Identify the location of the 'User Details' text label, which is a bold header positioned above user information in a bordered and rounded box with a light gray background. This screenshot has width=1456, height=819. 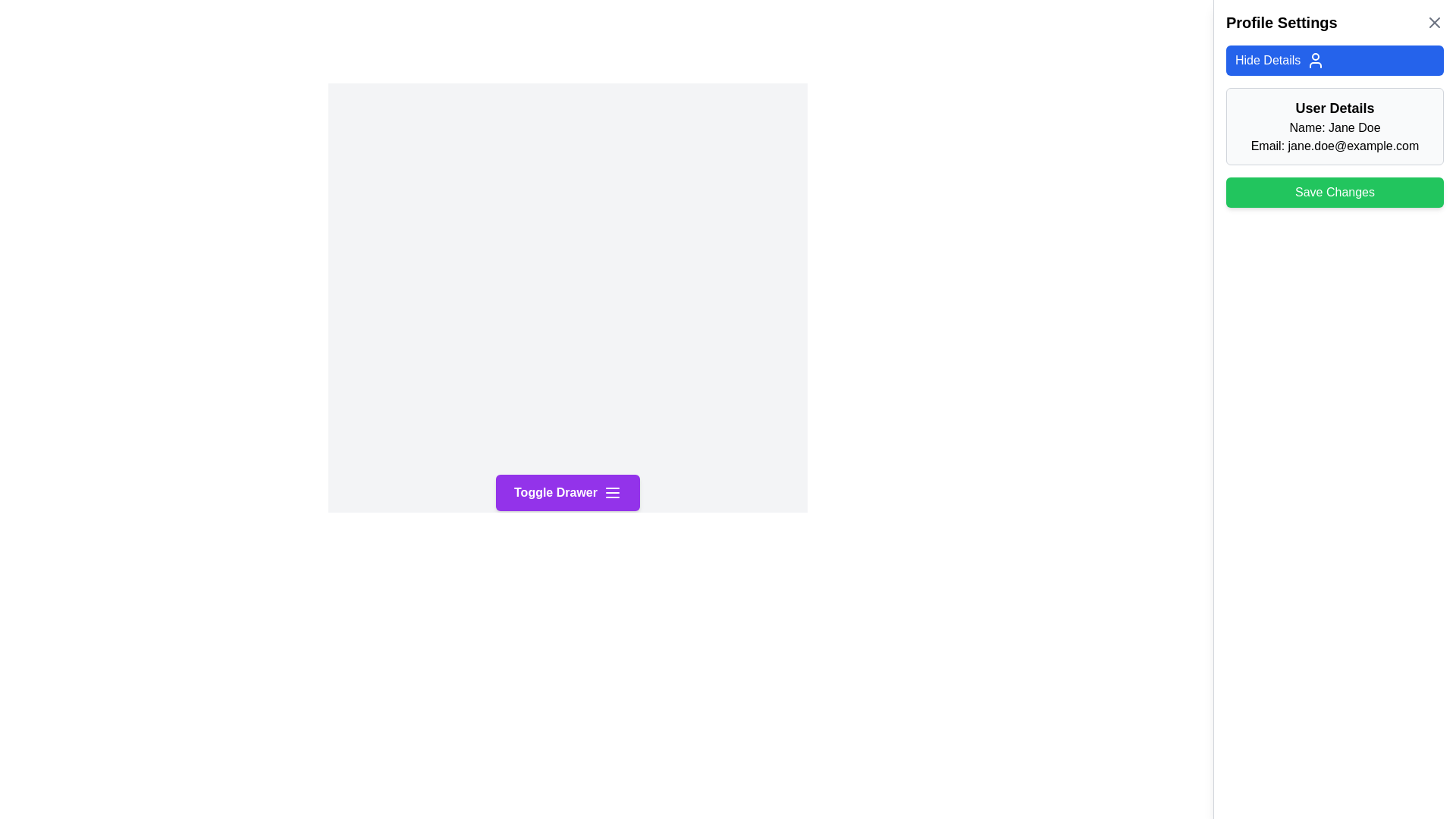
(1335, 107).